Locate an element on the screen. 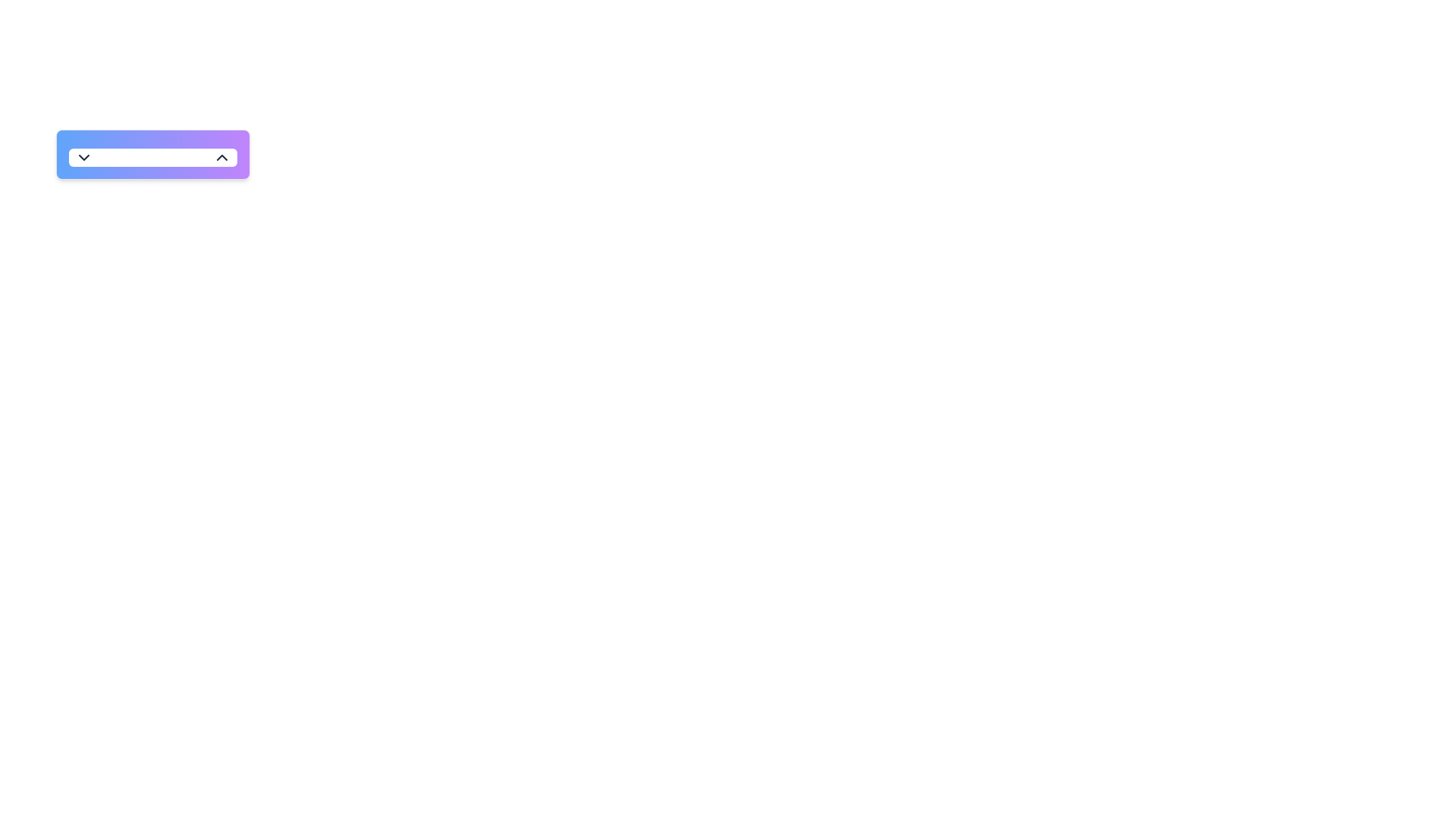  the downward-pointing chevron button, which is styled in a blue and white color scheme, to decrease a value is located at coordinates (83, 158).